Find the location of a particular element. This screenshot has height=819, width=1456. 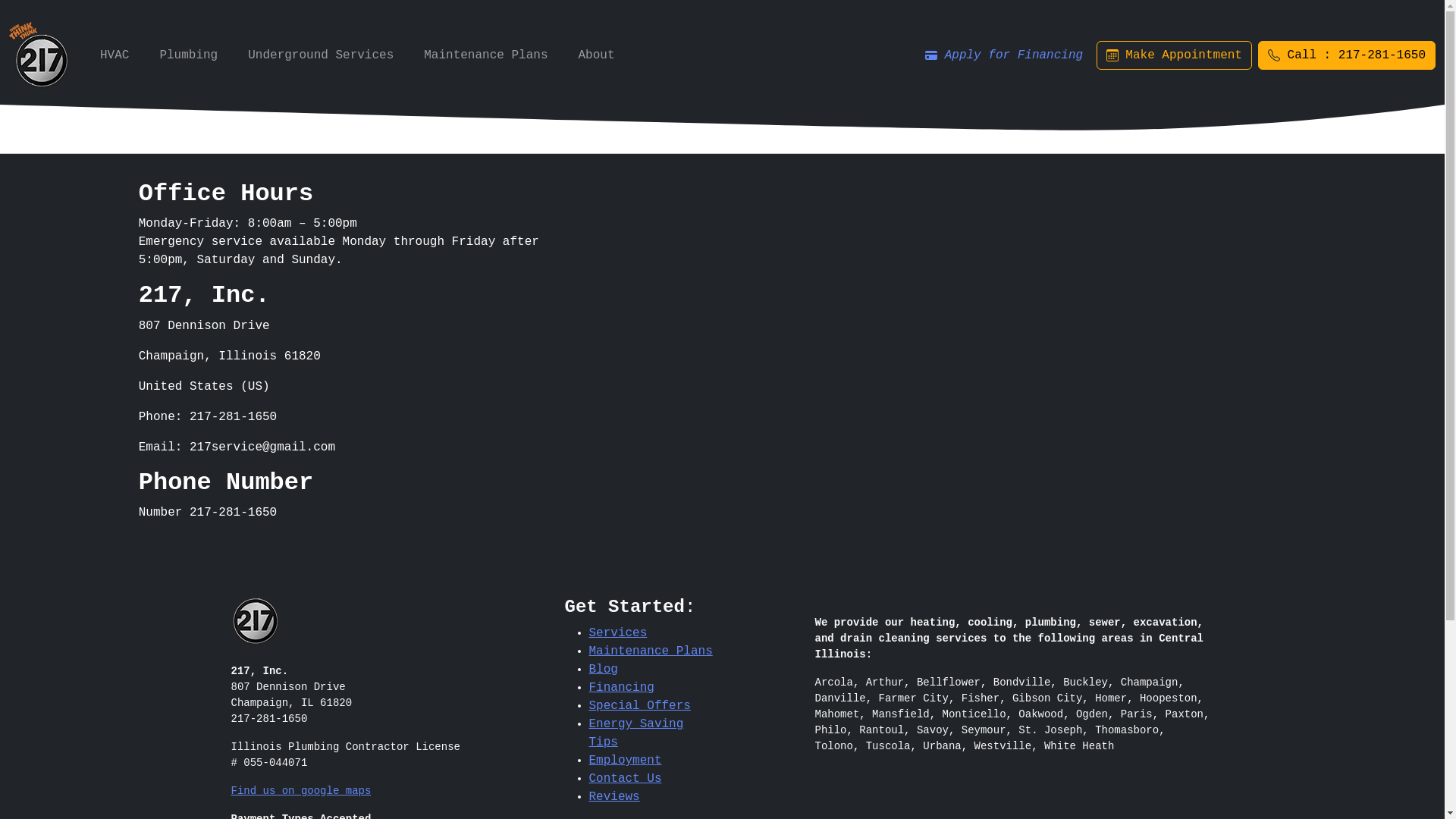

'Blog' is located at coordinates (602, 669).